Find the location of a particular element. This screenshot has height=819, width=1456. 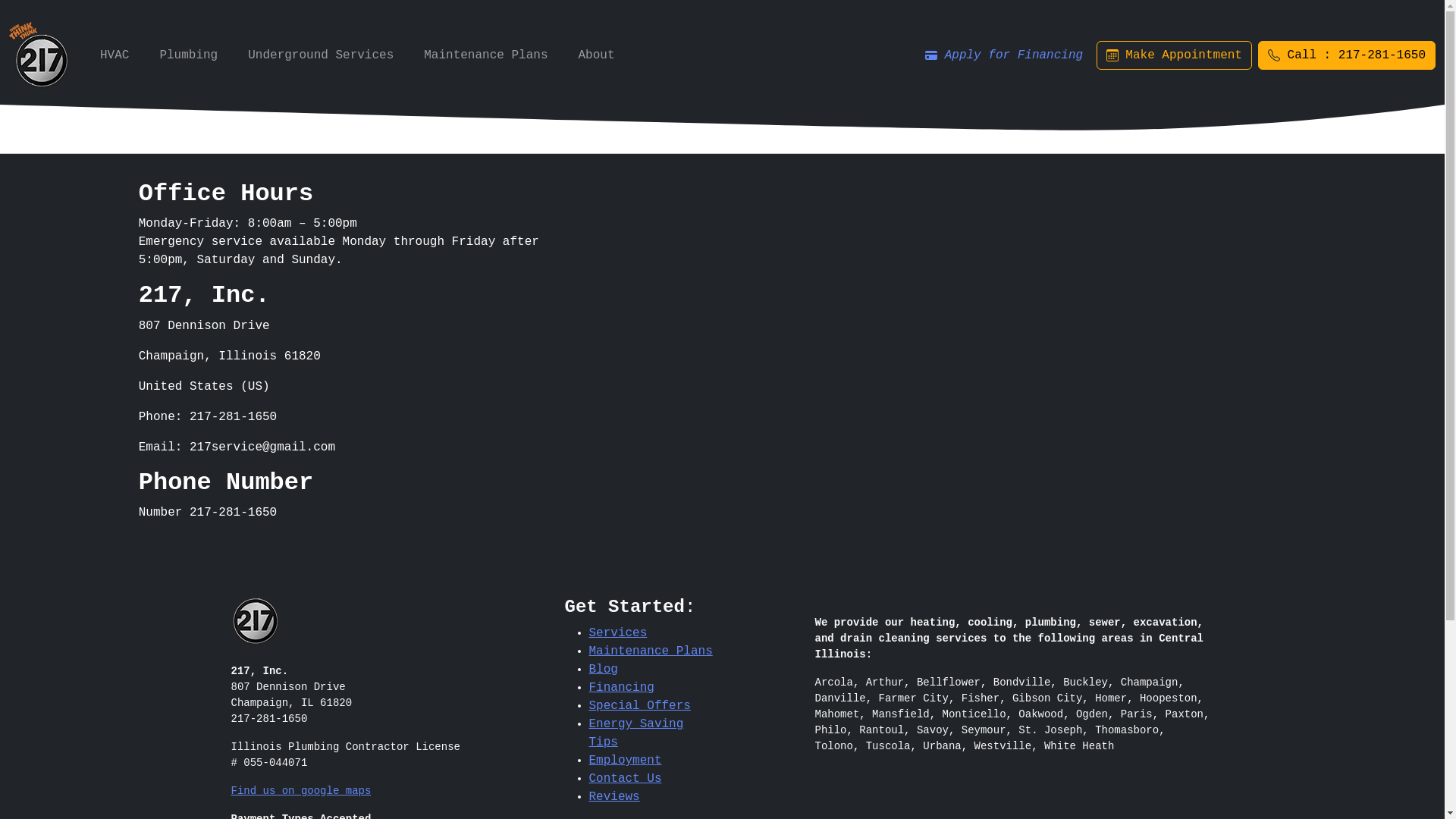

'Blog' is located at coordinates (602, 669).